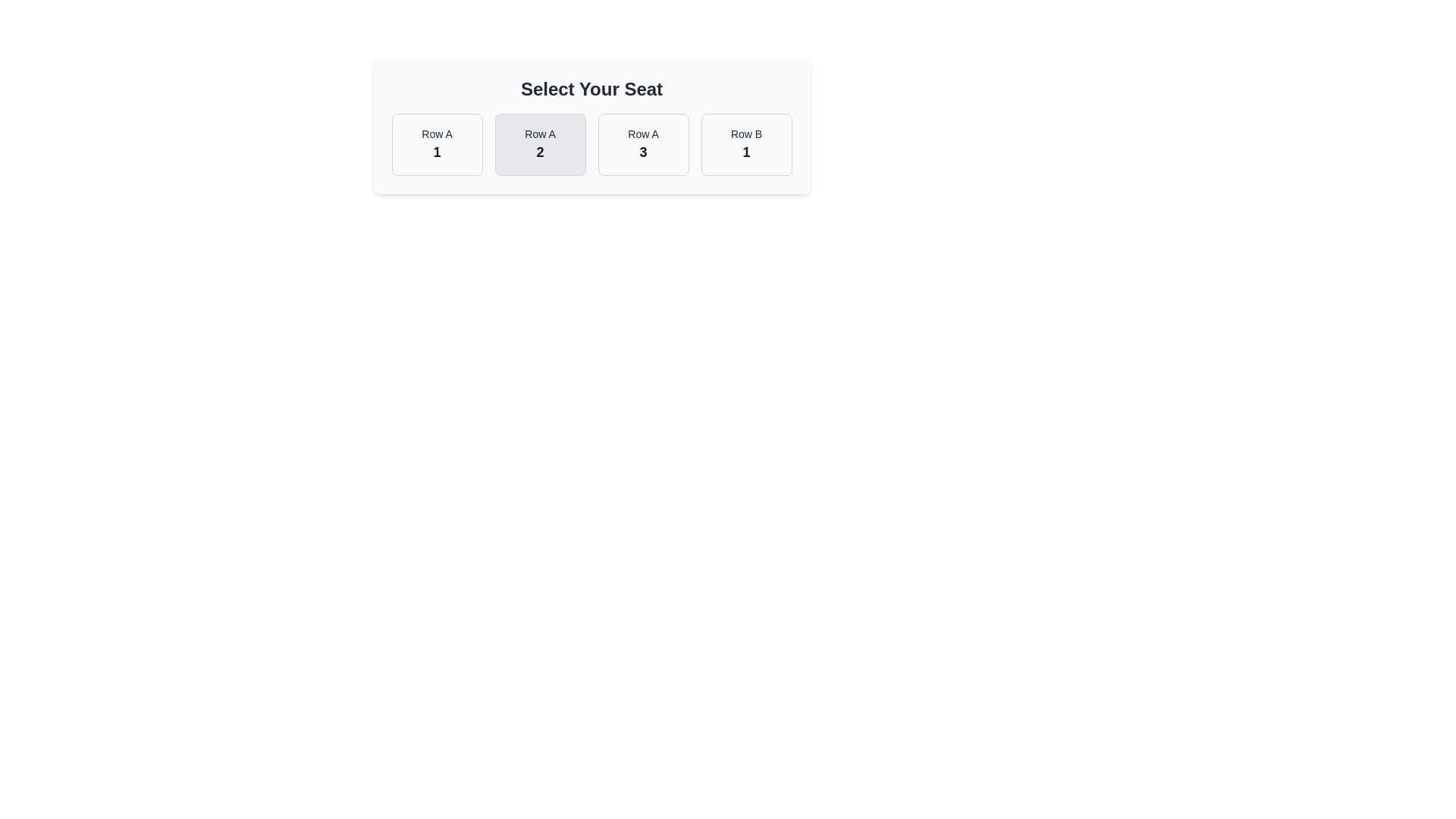 The image size is (1456, 819). What do you see at coordinates (643, 152) in the screenshot?
I see `numeral displayed on the text label representing seat number 3 in row A, which is the third option from the left in the seat selection buttons` at bounding box center [643, 152].